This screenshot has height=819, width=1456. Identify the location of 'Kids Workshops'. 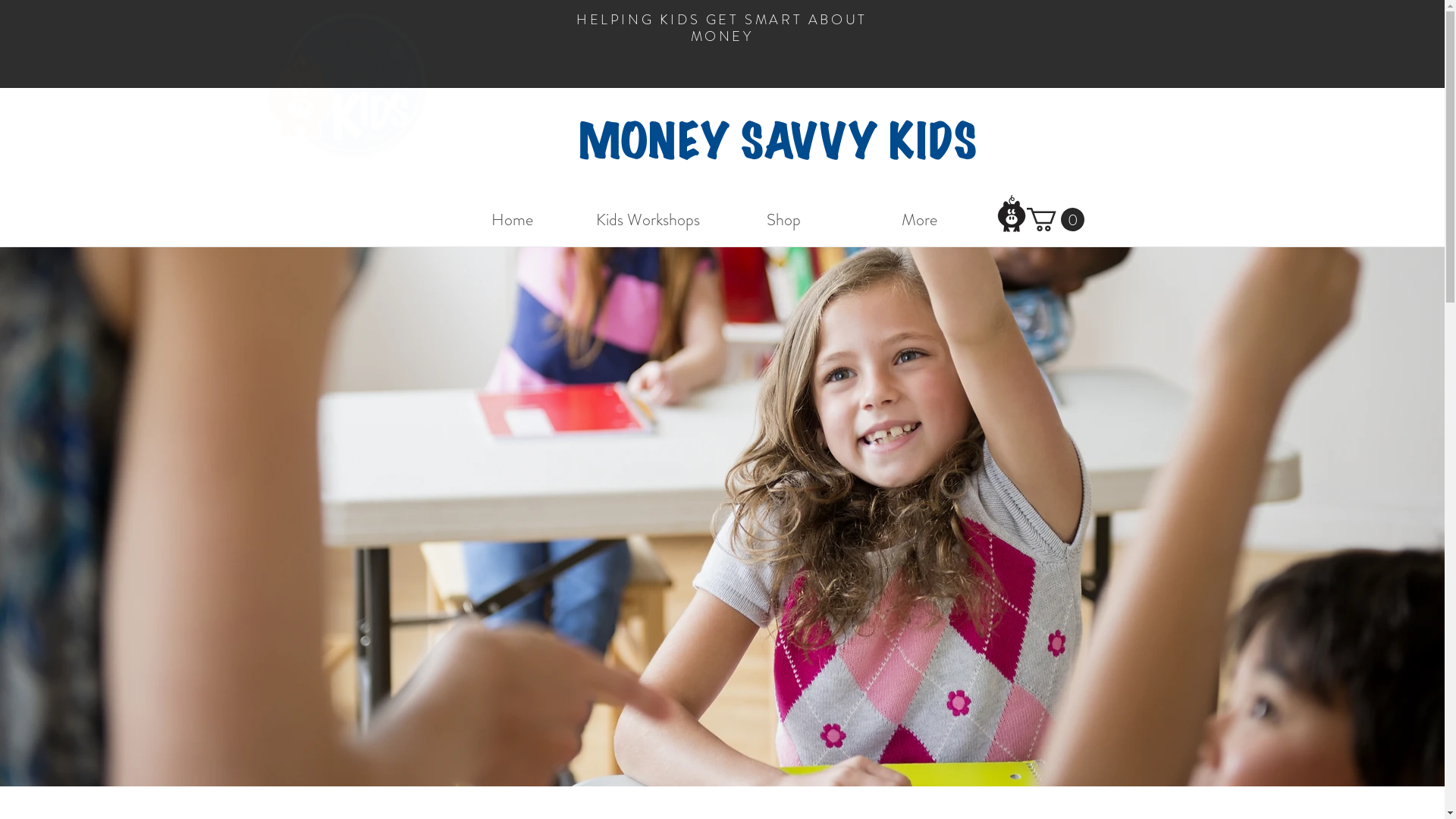
(579, 219).